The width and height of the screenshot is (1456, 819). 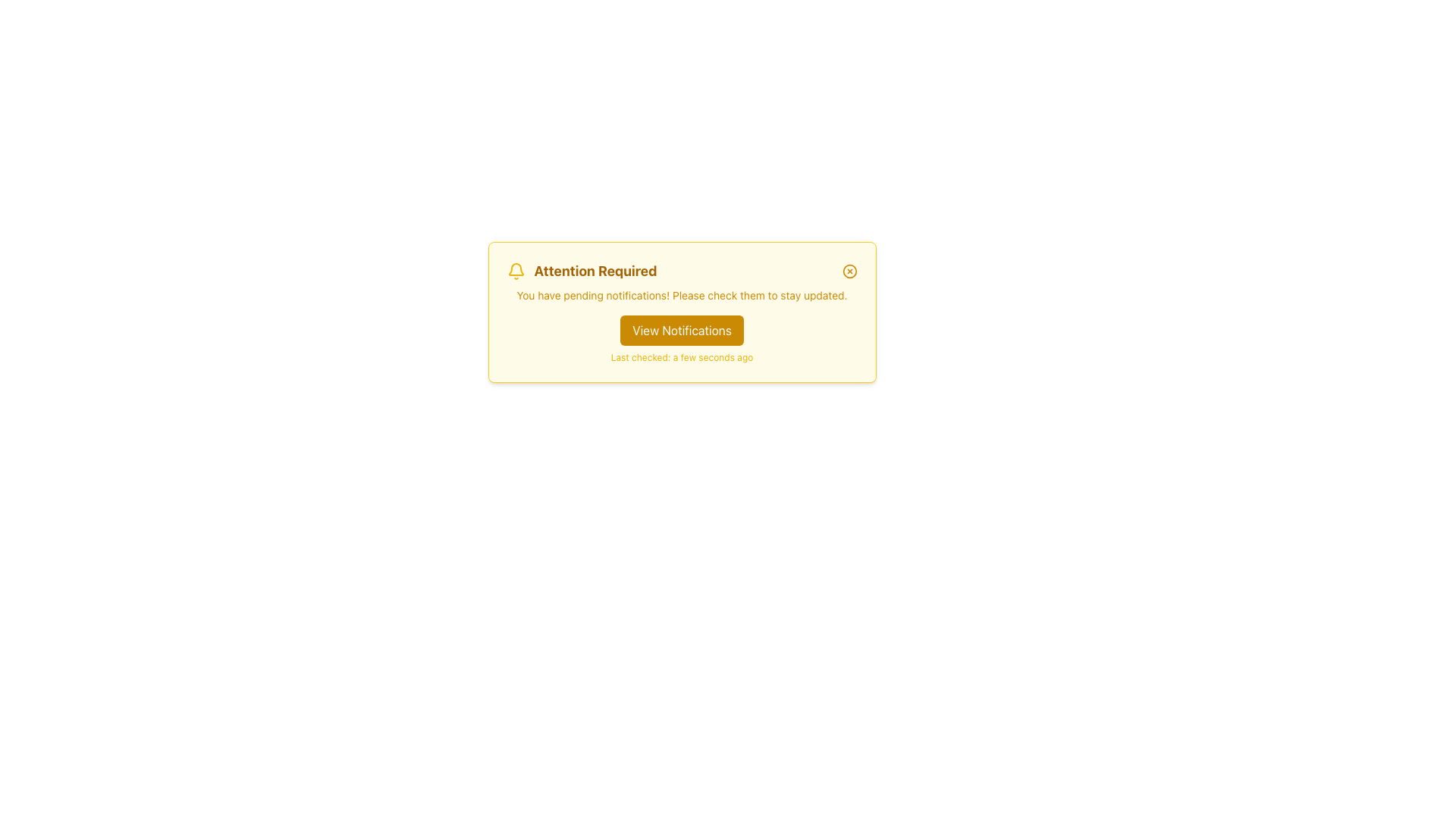 What do you see at coordinates (849, 271) in the screenshot?
I see `circular SVG component that serves as a close button for the notification card, located at the top-right corner of the interface` at bounding box center [849, 271].